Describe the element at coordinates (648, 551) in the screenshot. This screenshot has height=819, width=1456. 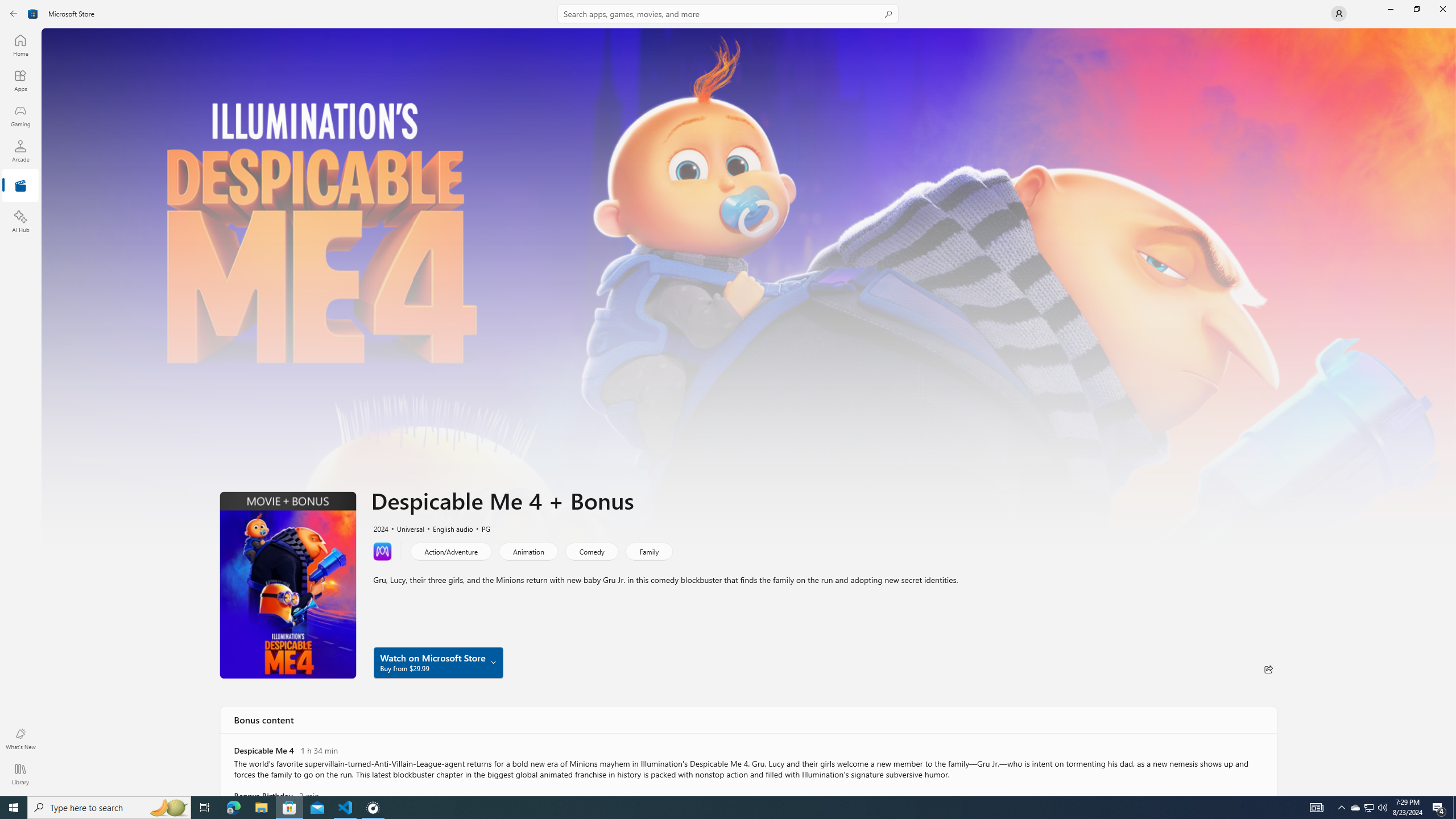
I see `'Family'` at that location.